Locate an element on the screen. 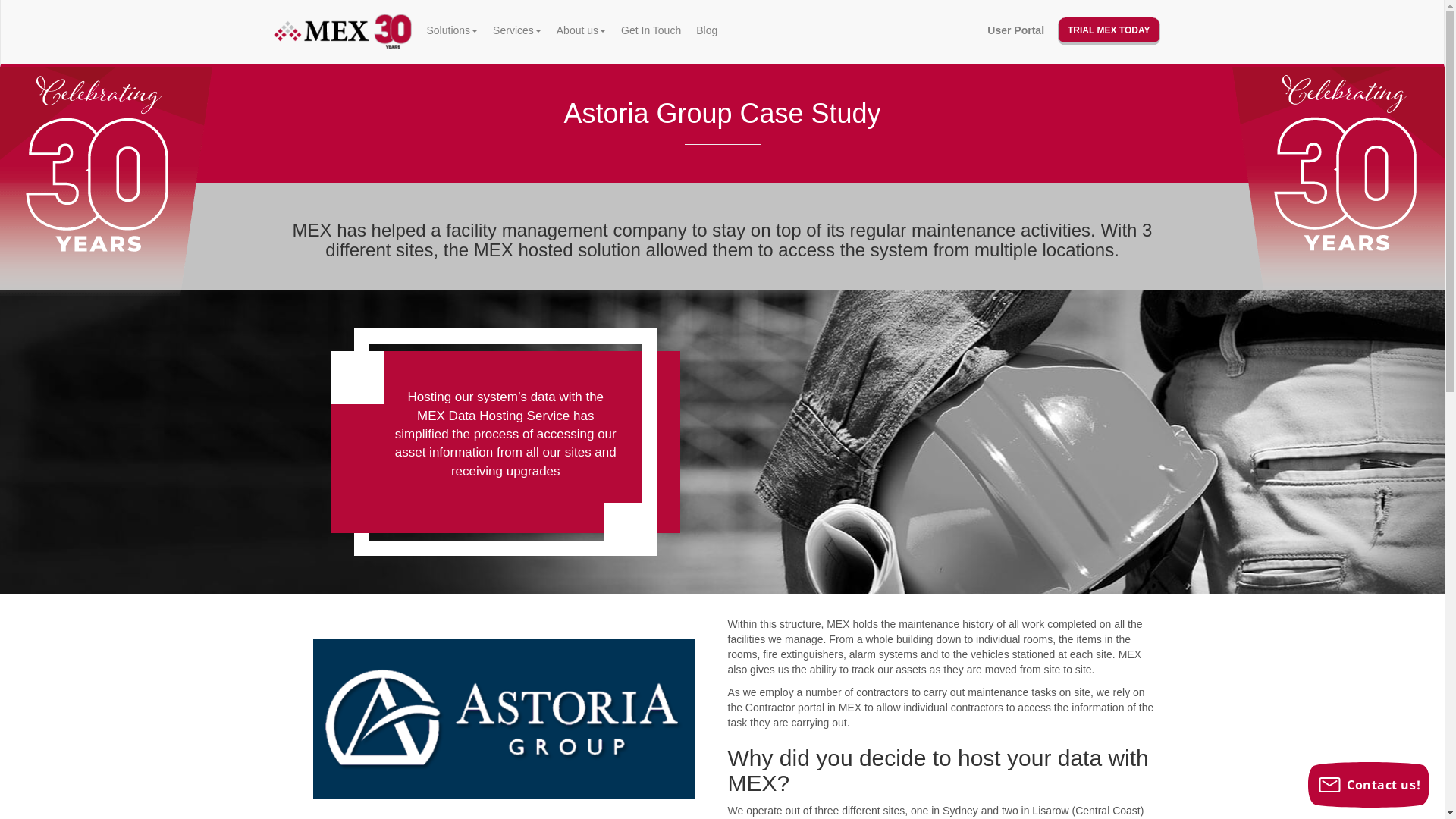  'TRIAL MEX TODAY' is located at coordinates (1109, 31).